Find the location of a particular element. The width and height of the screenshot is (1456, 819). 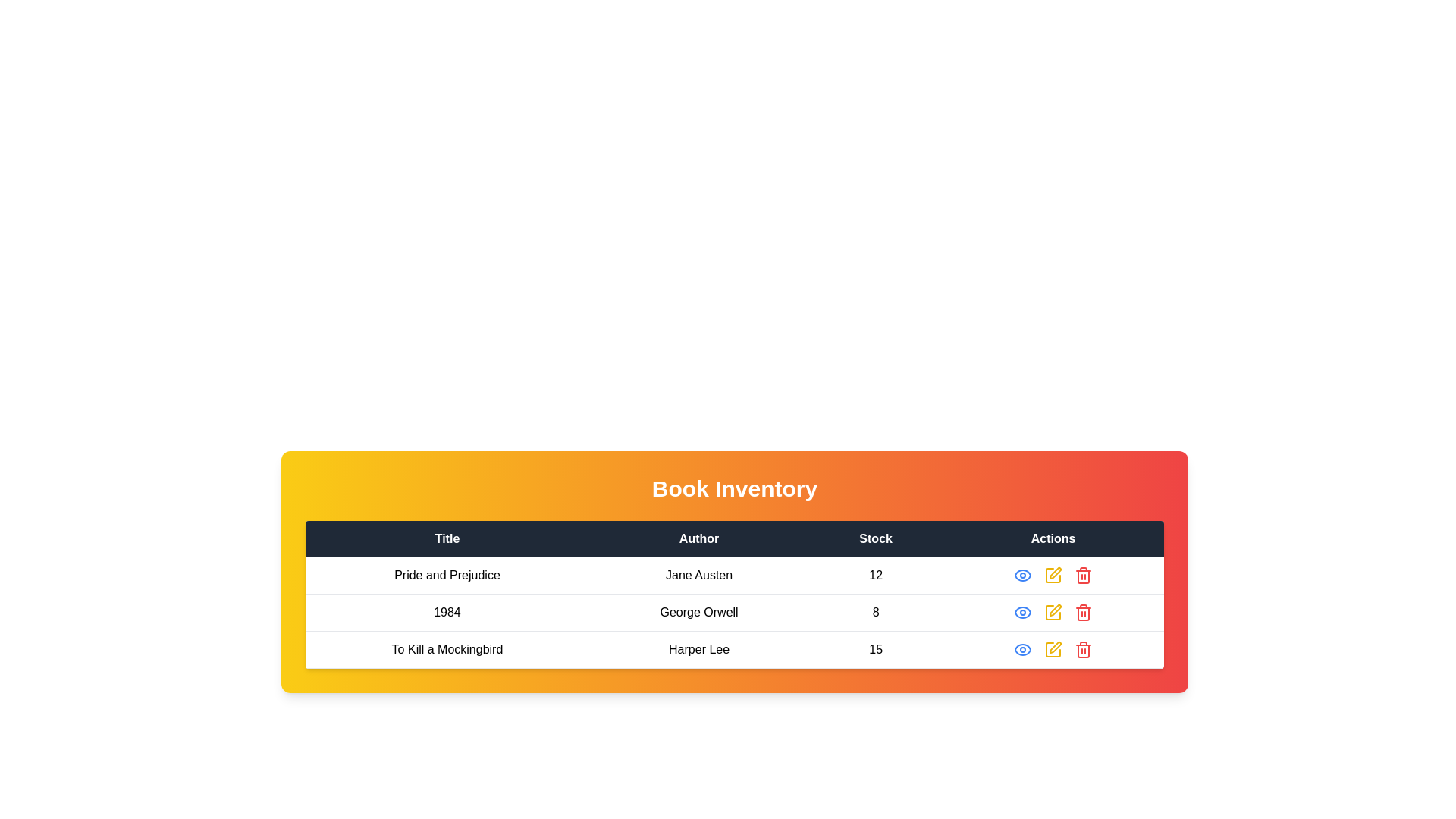

the interactive icons in the Action panel for the 'Pride and Prejudice' entry, located in the fourth cell of the Actions column is located at coordinates (1053, 576).